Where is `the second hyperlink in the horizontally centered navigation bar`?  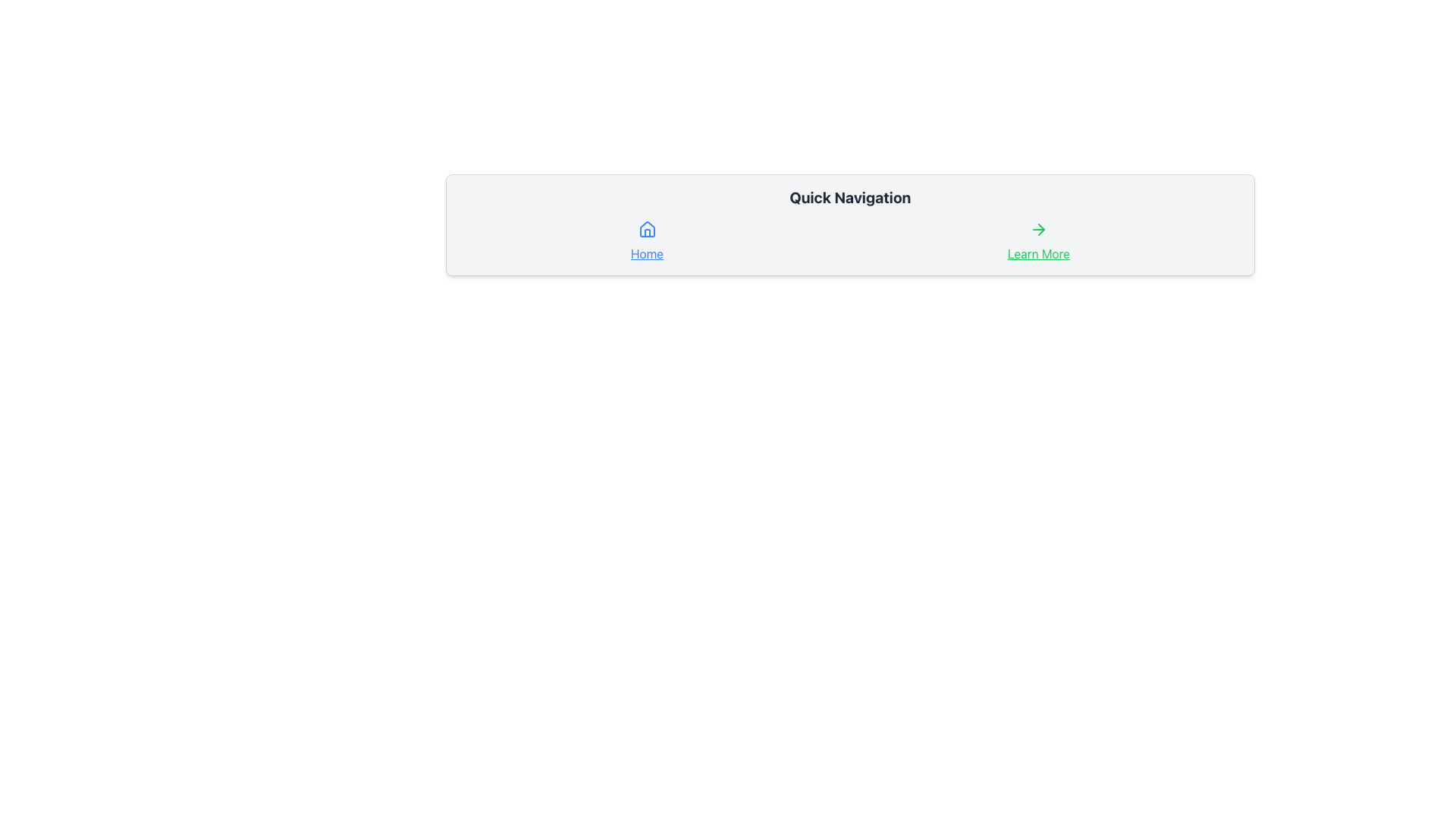
the second hyperlink in the horizontally centered navigation bar is located at coordinates (1037, 241).